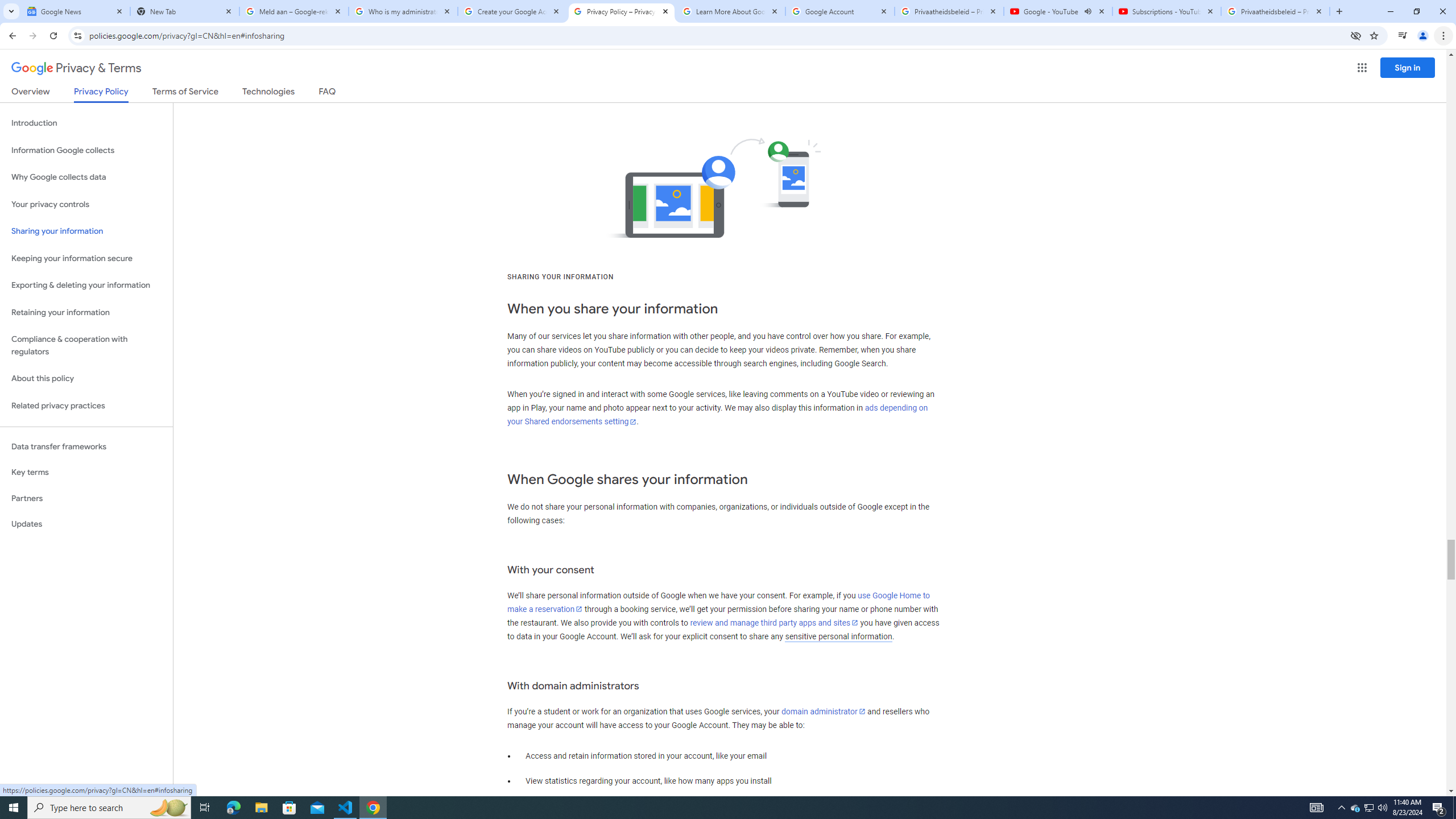 The height and width of the screenshot is (819, 1456). What do you see at coordinates (86, 285) in the screenshot?
I see `'Exporting & deleting your information'` at bounding box center [86, 285].